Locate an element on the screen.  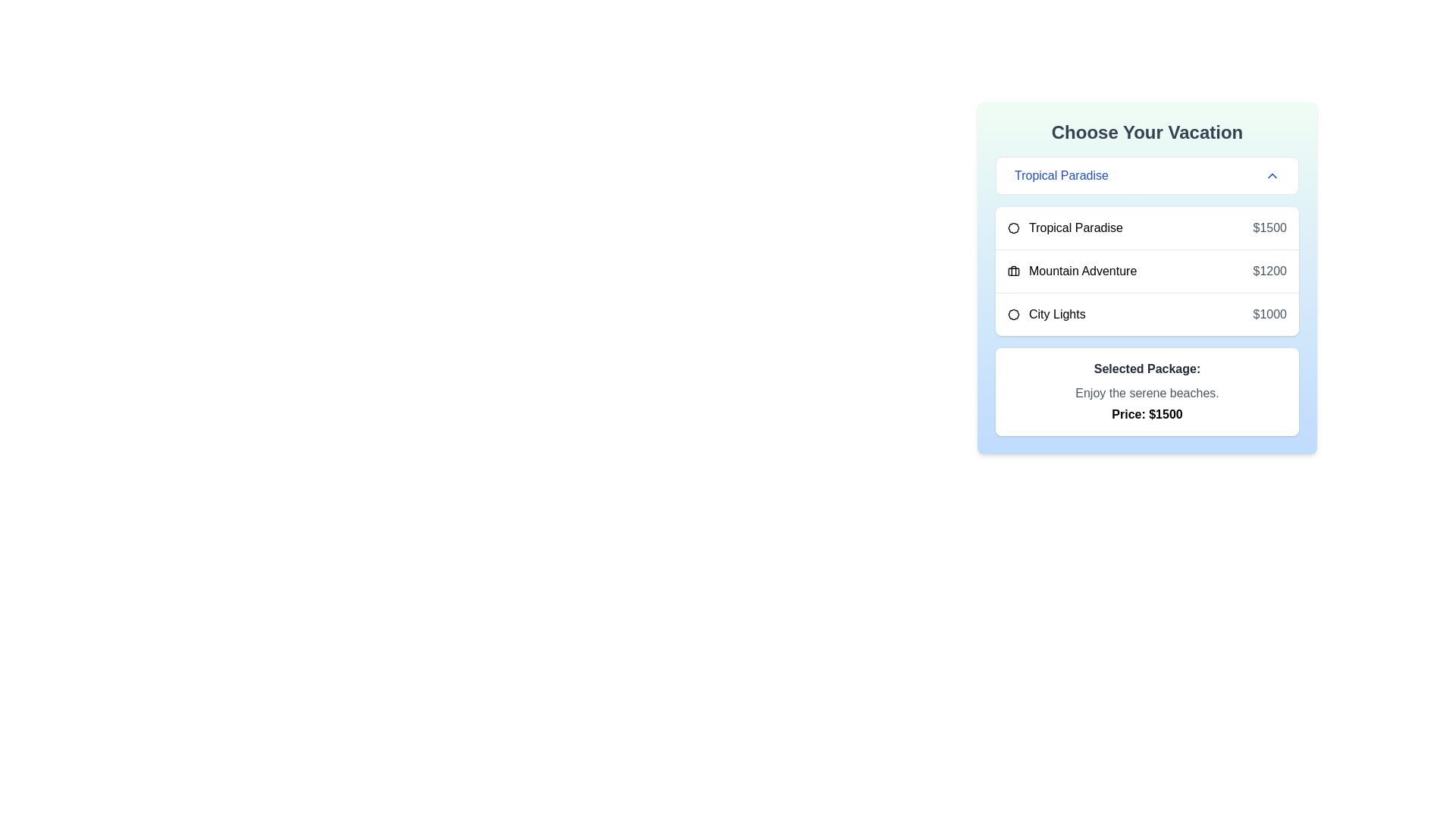
the badge icon representing the 'Tropical Paradise' category in the dropdown menu is located at coordinates (1013, 227).